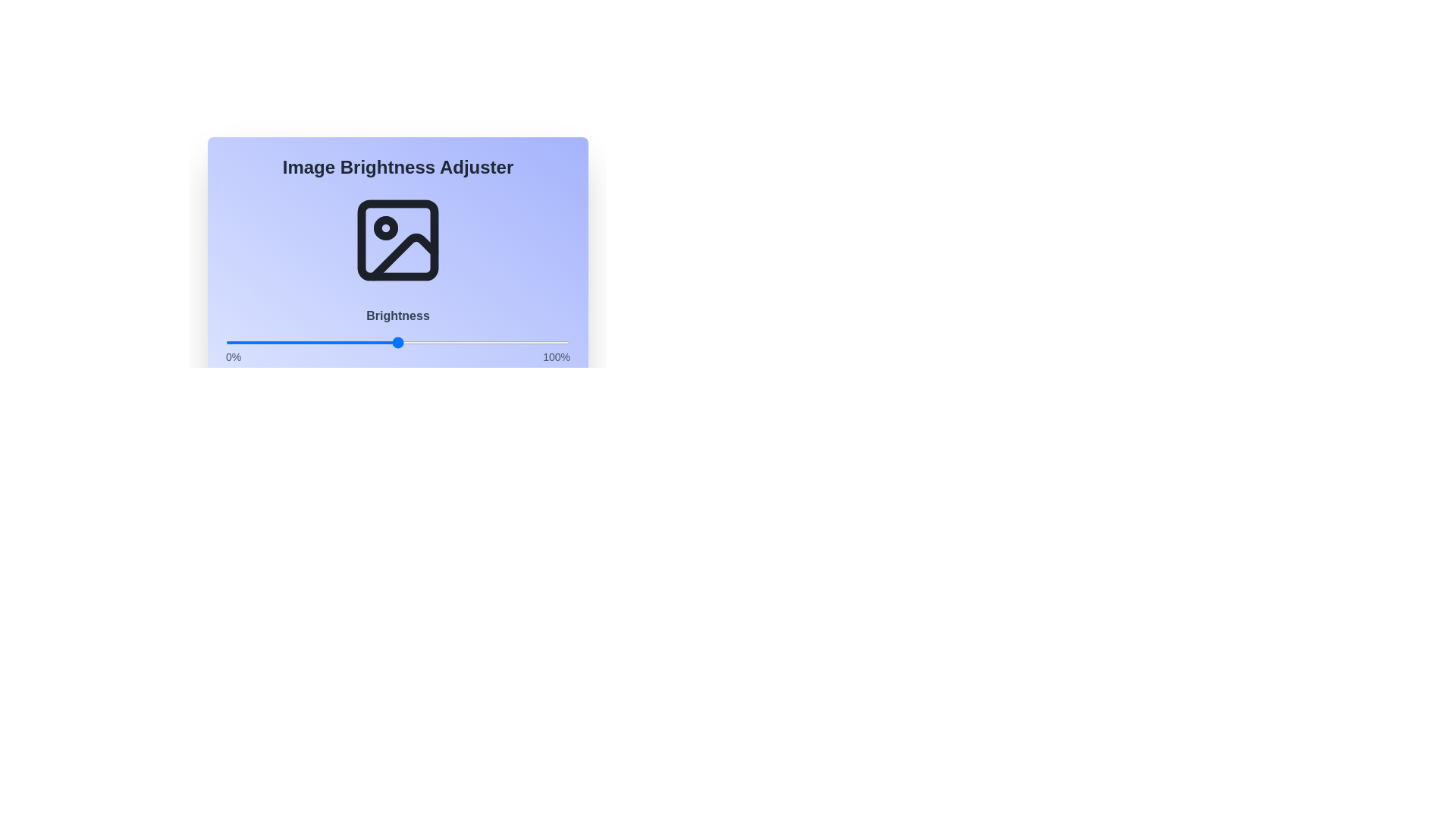 This screenshot has height=819, width=1456. What do you see at coordinates (504, 342) in the screenshot?
I see `the brightness slider to 81%` at bounding box center [504, 342].